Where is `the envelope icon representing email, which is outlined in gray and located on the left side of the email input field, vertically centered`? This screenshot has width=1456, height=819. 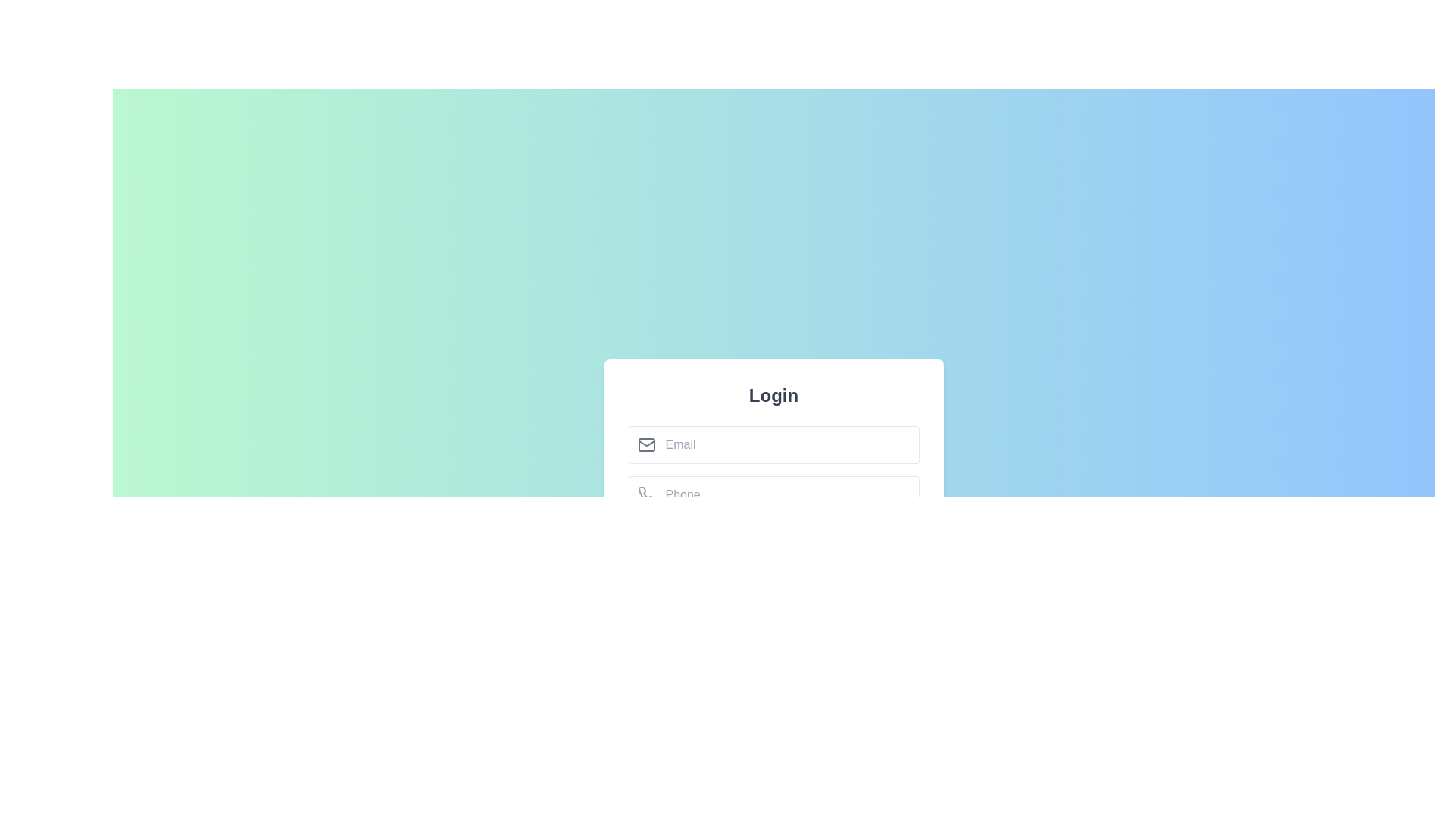
the envelope icon representing email, which is outlined in gray and located on the left side of the email input field, vertically centered is located at coordinates (646, 444).